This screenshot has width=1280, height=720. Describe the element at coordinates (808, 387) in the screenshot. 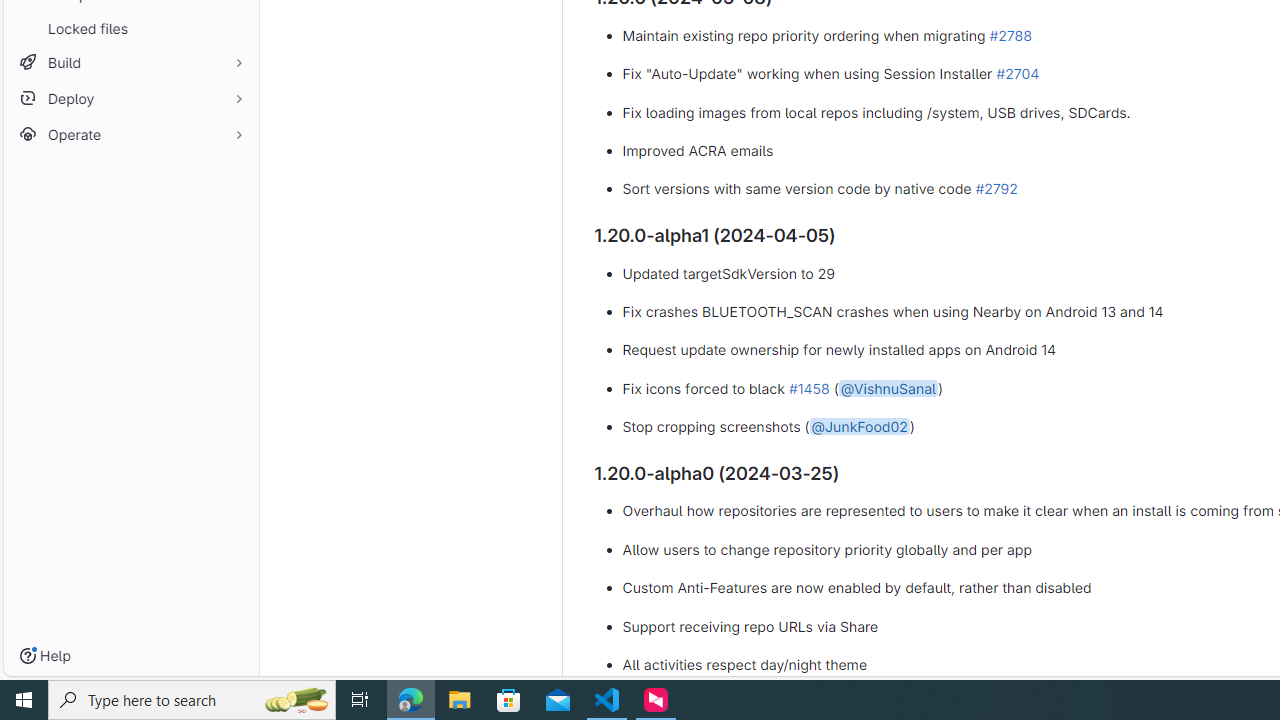

I see `'#1458'` at that location.